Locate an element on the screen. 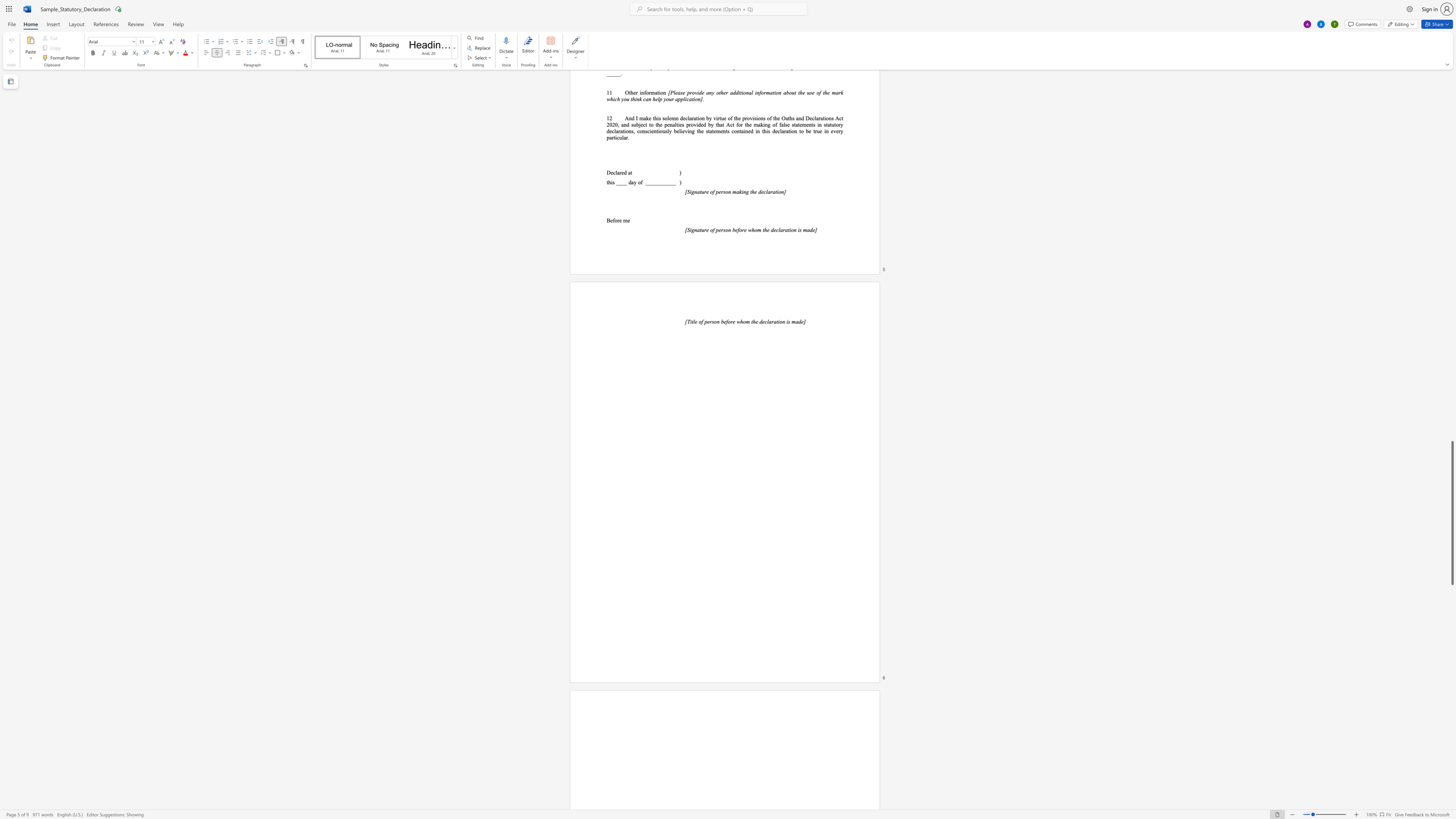  the scrollbar to scroll the page up is located at coordinates (1451, 261).